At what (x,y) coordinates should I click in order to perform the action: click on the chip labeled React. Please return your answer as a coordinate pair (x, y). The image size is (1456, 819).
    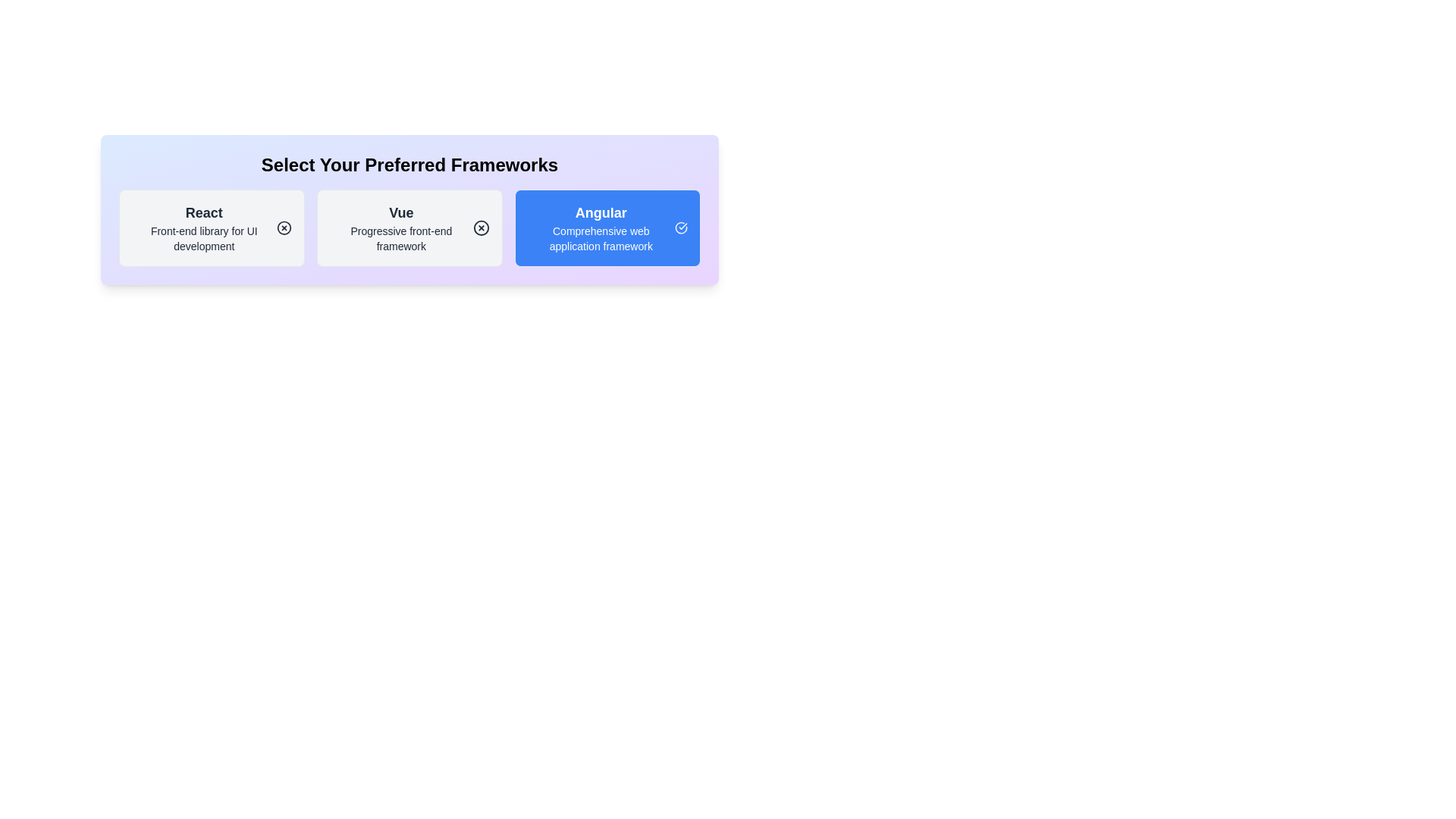
    Looking at the image, I should click on (211, 227).